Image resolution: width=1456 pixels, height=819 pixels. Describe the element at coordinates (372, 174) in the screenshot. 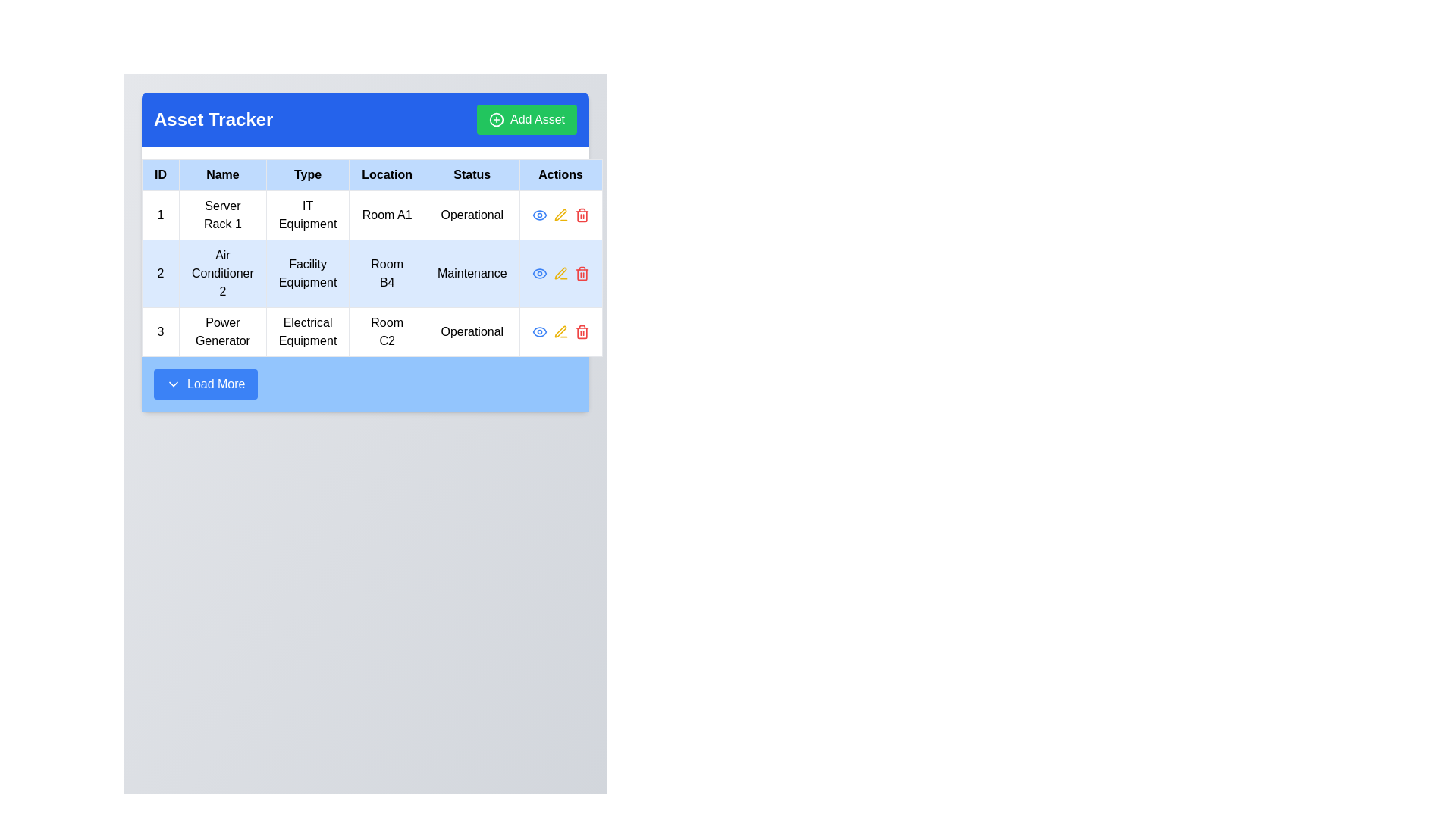

I see `the Table Header Row of the data table, which is visually distinguished by a light blue background and located below the 'Asset Tracker' title and 'Add Asset' button` at that location.